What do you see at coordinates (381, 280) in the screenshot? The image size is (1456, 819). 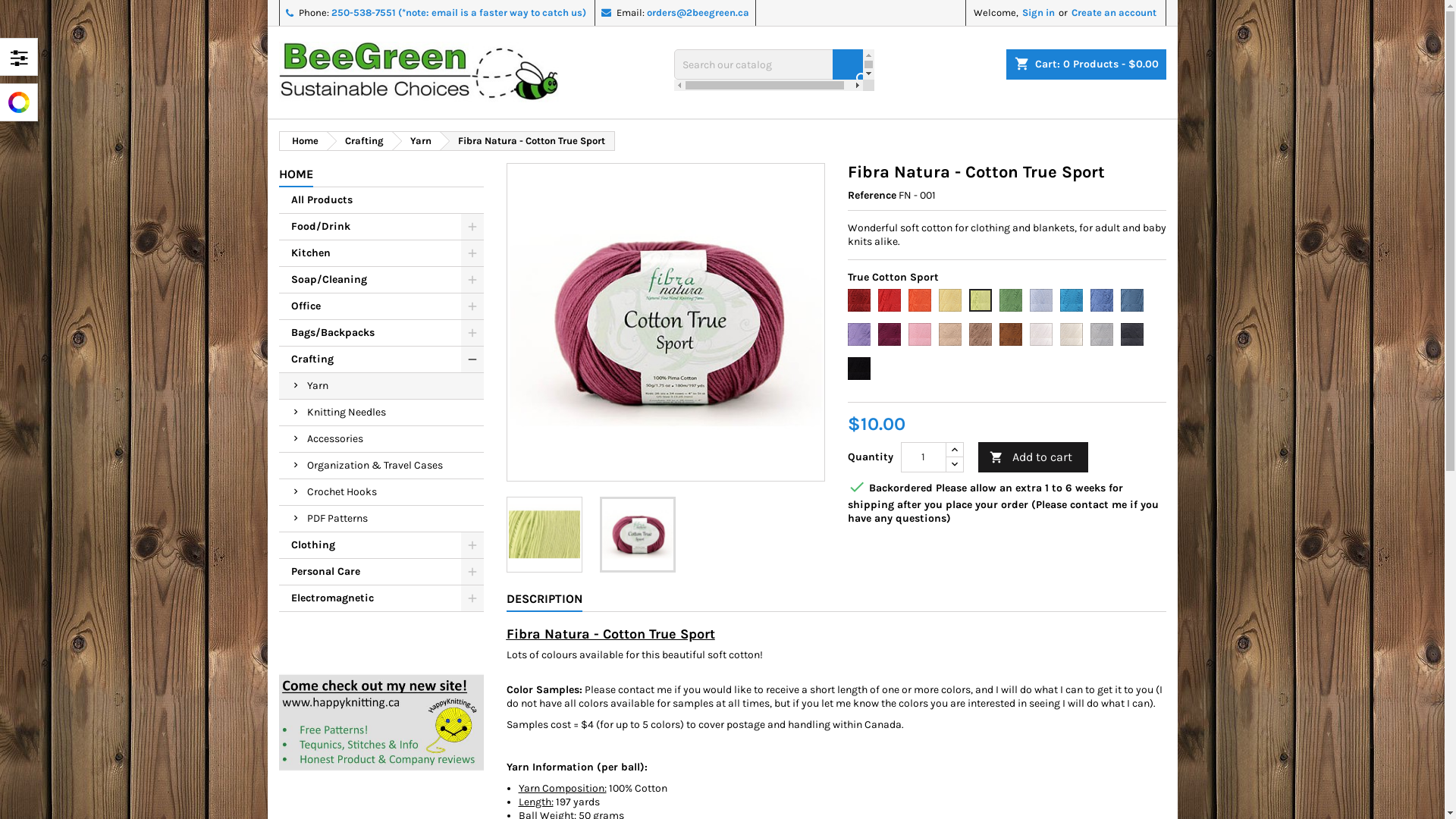 I see `'Soap/Cleaning'` at bounding box center [381, 280].